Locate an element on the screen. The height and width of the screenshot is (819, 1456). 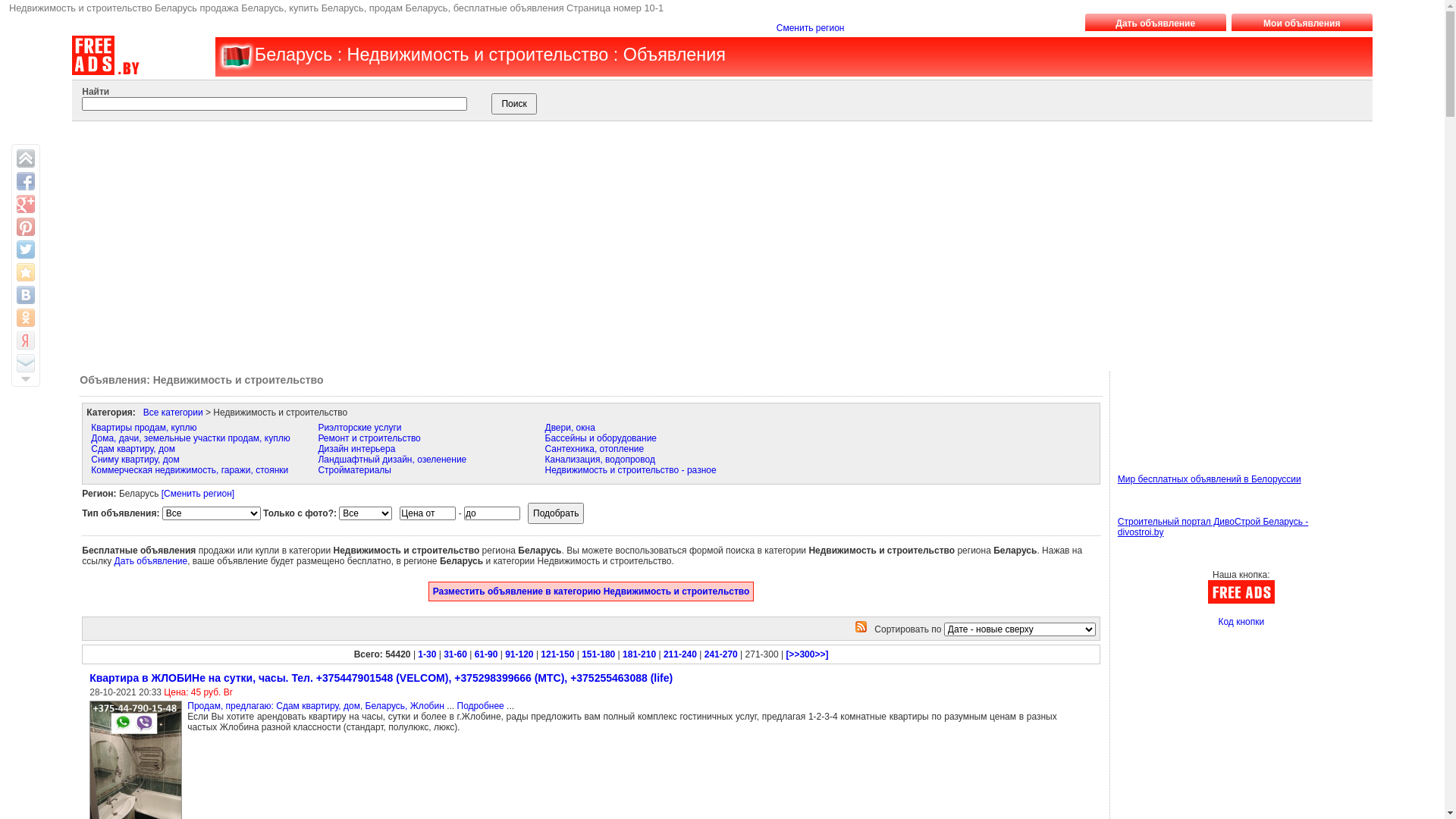
'31-60' is located at coordinates (454, 654).